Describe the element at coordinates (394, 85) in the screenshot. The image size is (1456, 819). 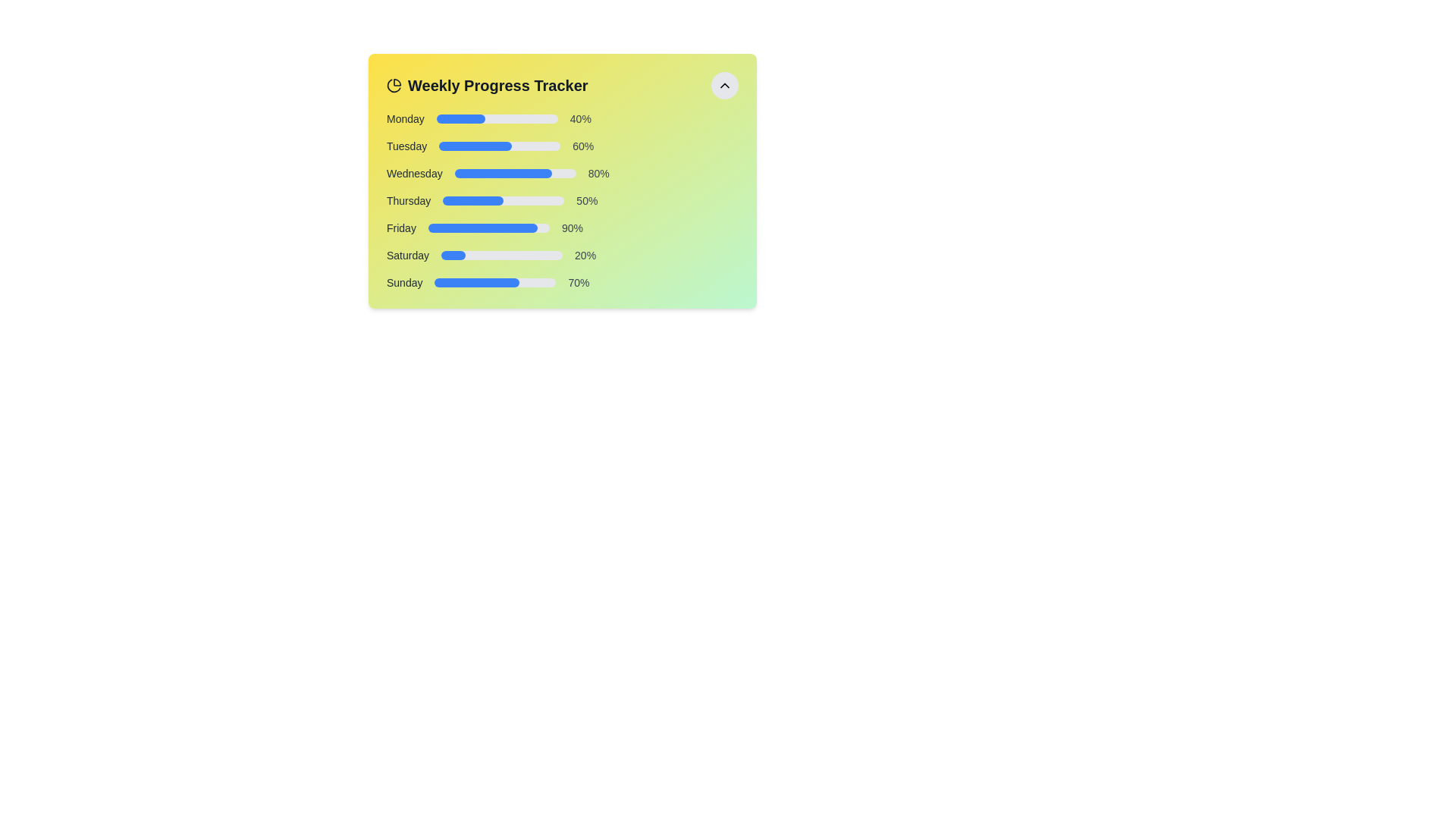
I see `the decorative or indicative icon representing data visualization or progress tracking located in the header section of the 'Weekly Progress Tracker', positioned to the left of the title text` at that location.